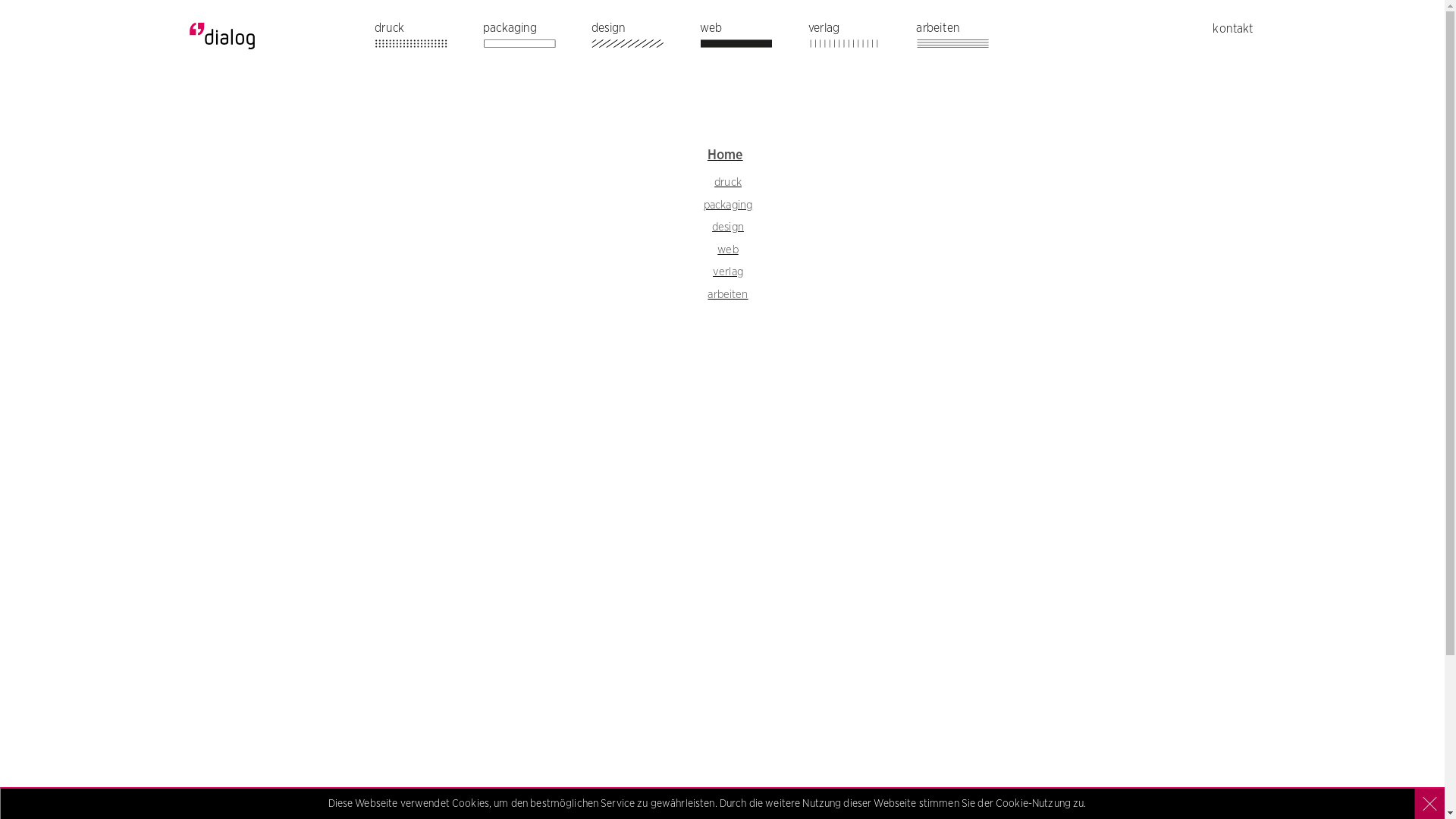 The image size is (1456, 819). I want to click on 'Home', so click(724, 155).